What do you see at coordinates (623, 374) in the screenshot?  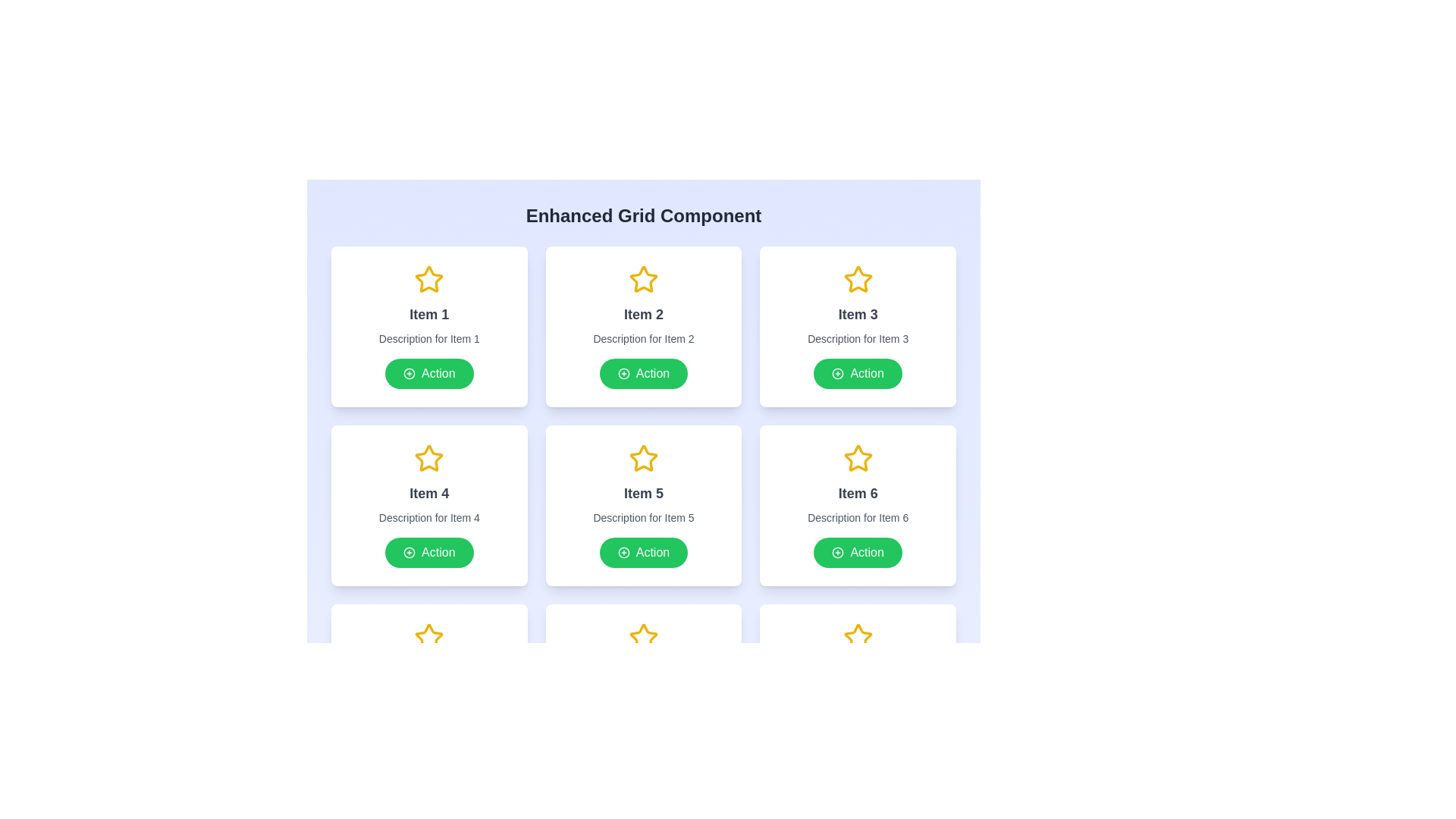 I see `the add action icon located in the center of the 'Action' button in the second card labeled 'Item 2' in the grid layout` at bounding box center [623, 374].